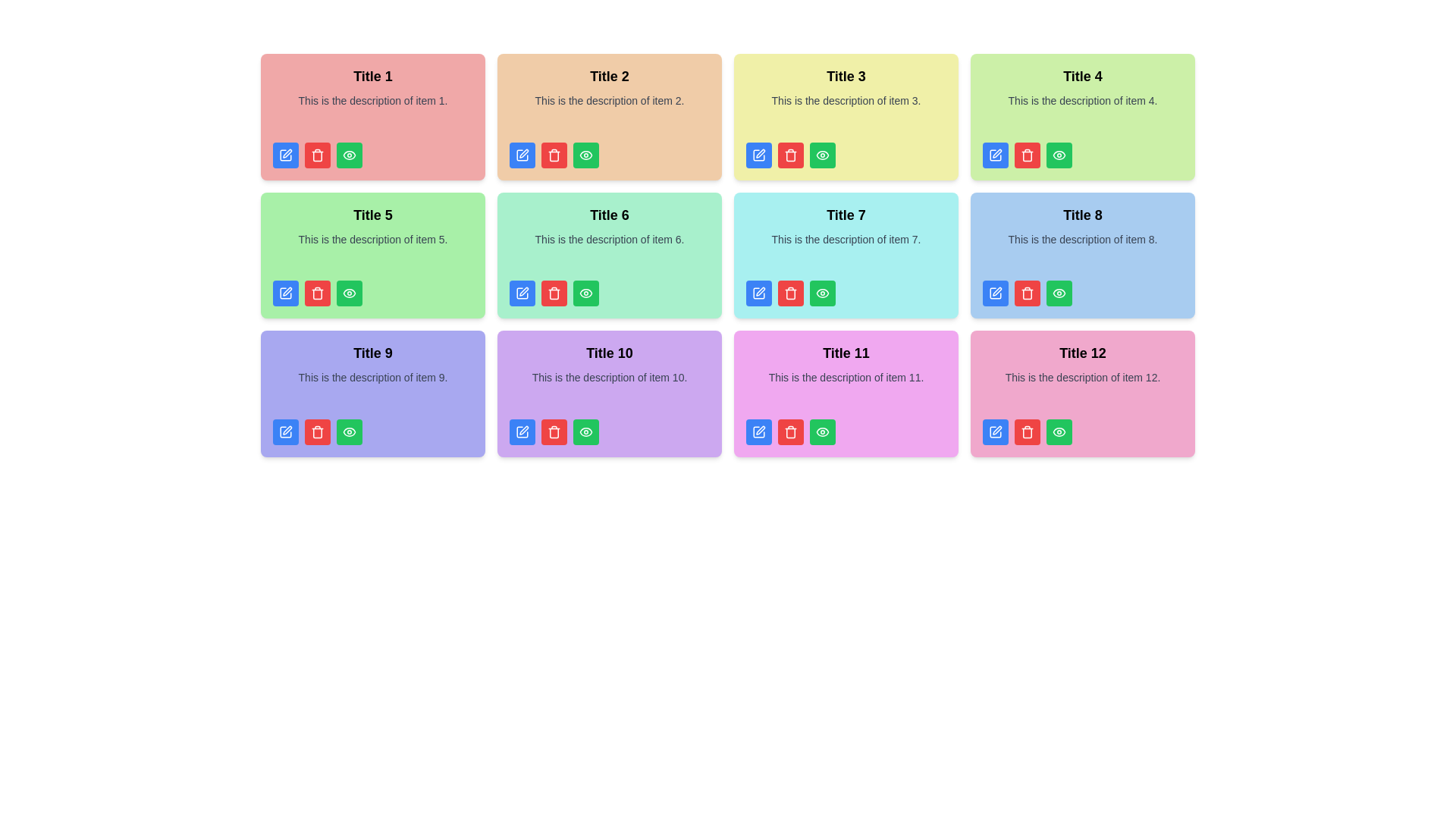  I want to click on the green view button located under the section labeled 'Title 10', so click(585, 431).